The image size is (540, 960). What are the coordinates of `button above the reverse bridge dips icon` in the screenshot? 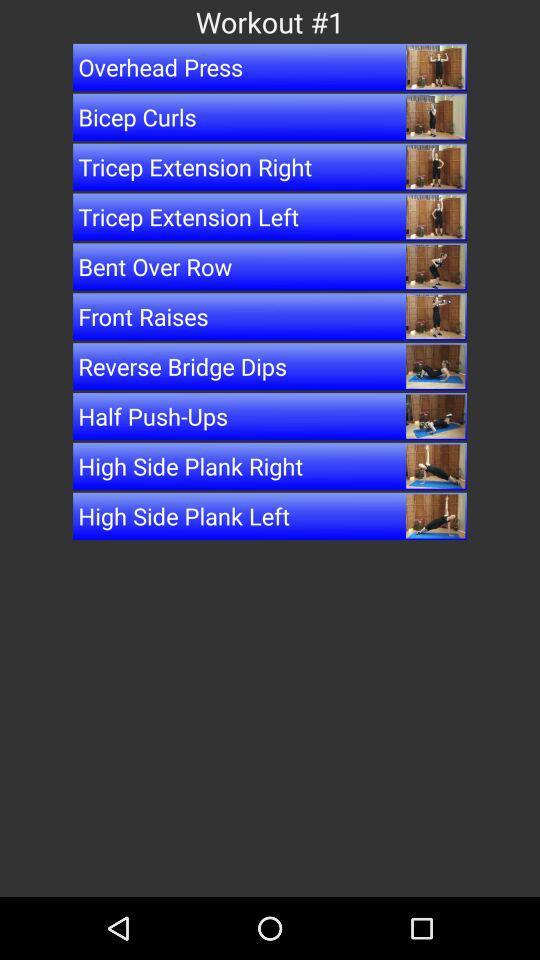 It's located at (270, 316).